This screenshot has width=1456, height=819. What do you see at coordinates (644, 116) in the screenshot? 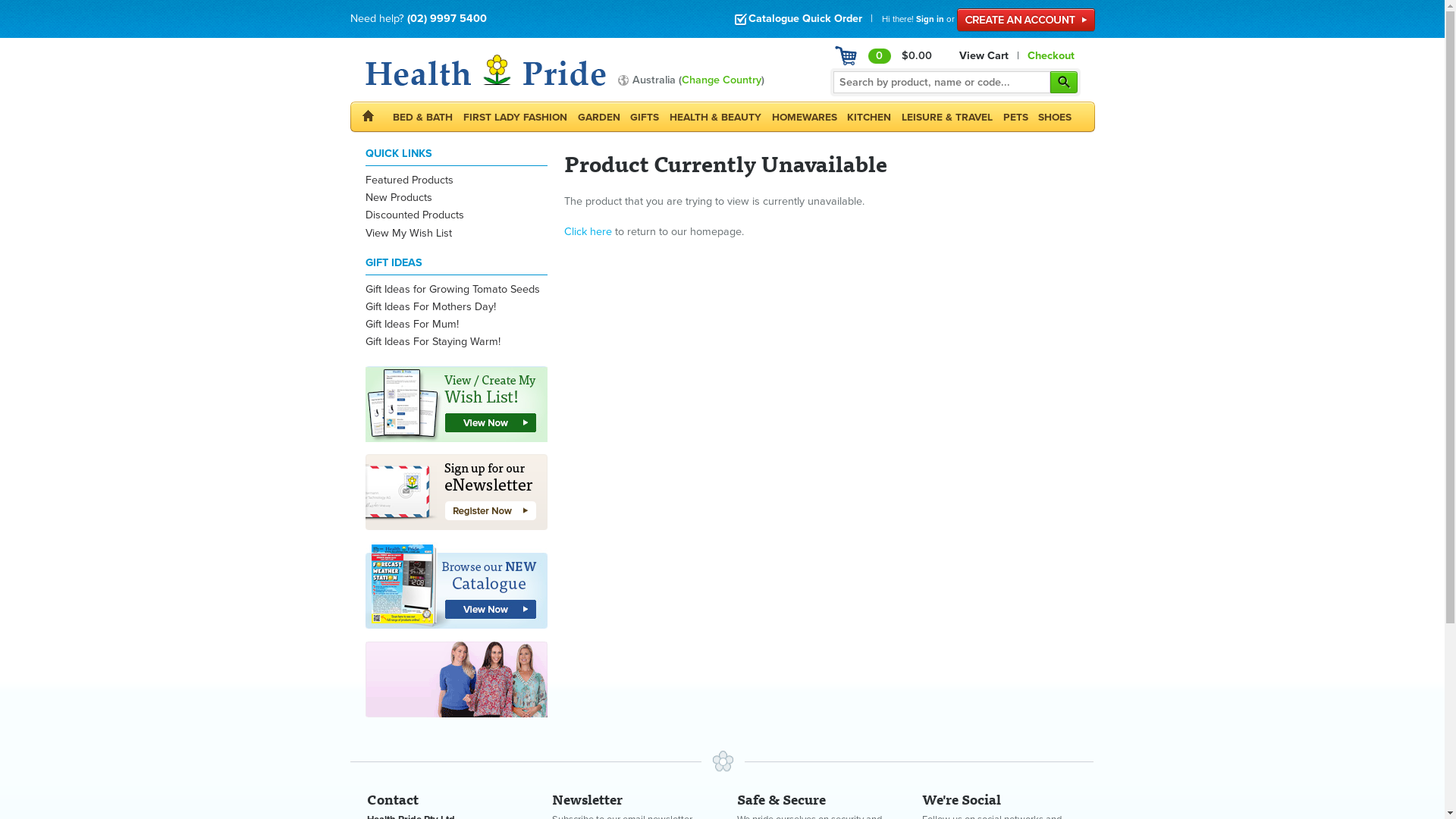
I see `'GIFTS'` at bounding box center [644, 116].